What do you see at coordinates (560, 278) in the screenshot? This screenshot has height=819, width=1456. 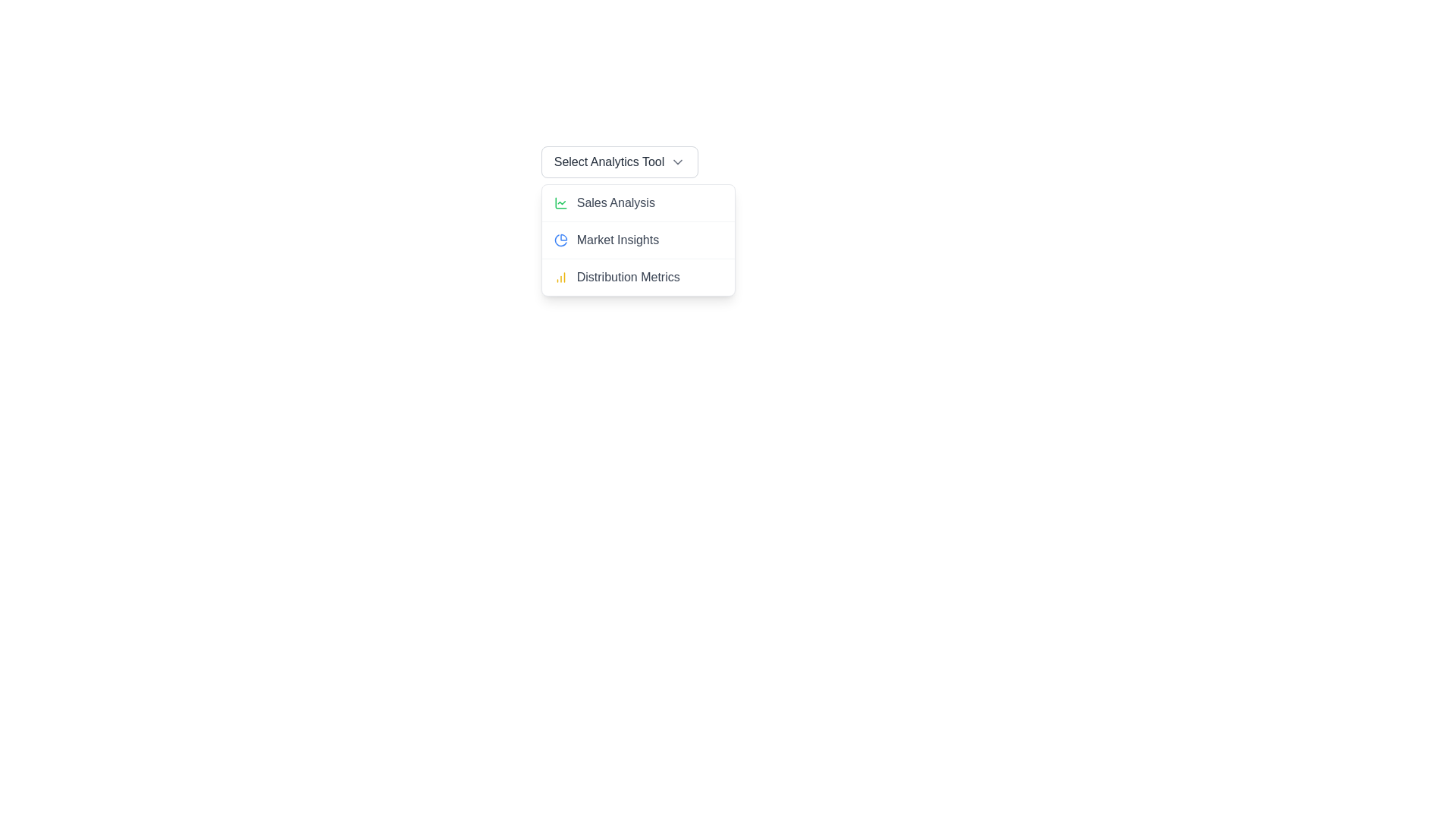 I see `the small, vertically-oriented bar chart icon styled in yellow, located to the left of 'Distribution Metrics' in the third row of the dropdown menu` at bounding box center [560, 278].